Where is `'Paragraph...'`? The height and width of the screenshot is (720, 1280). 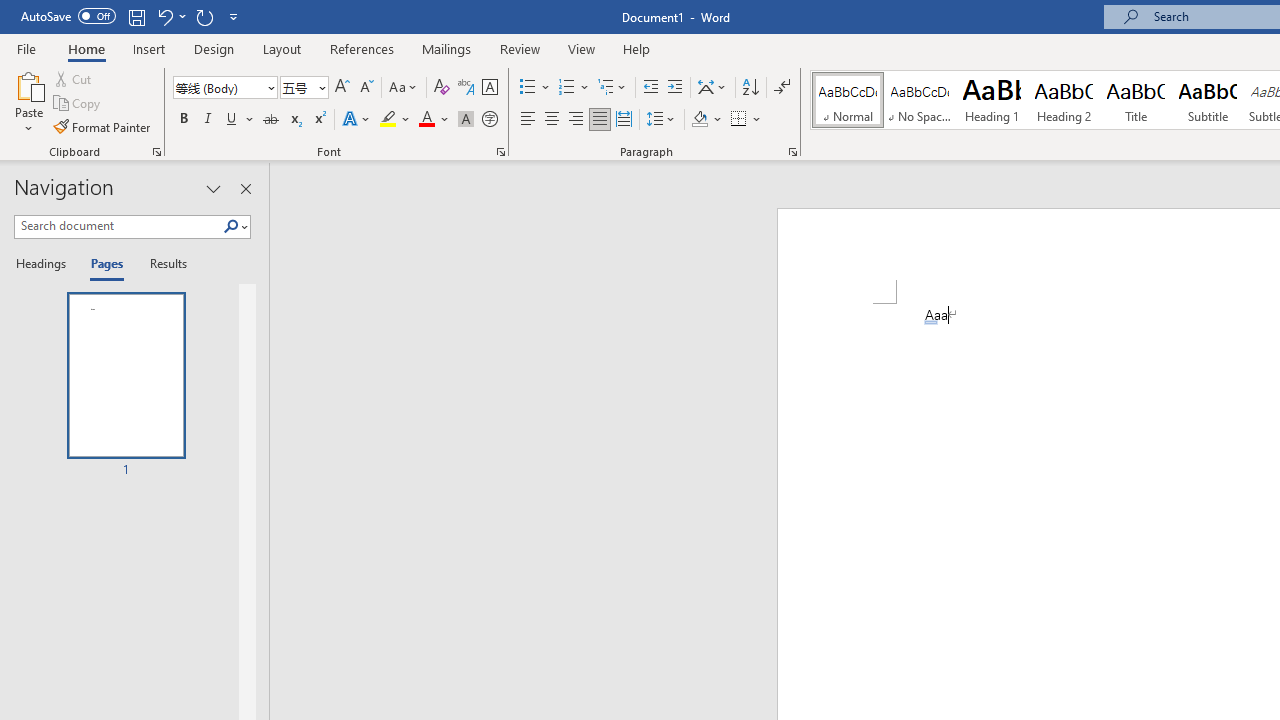
'Paragraph...' is located at coordinates (791, 150).